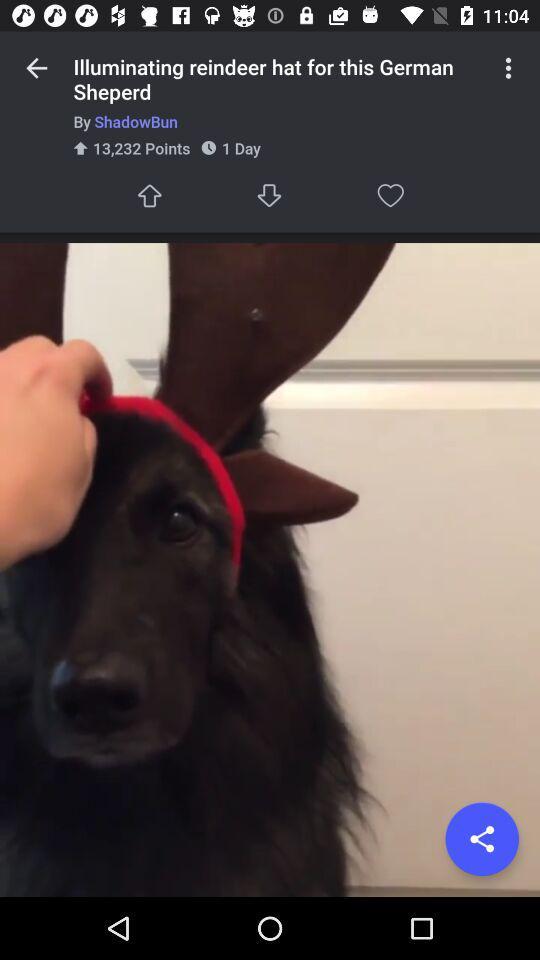  Describe the element at coordinates (148, 195) in the screenshot. I see `item below the 13,231 points item` at that location.